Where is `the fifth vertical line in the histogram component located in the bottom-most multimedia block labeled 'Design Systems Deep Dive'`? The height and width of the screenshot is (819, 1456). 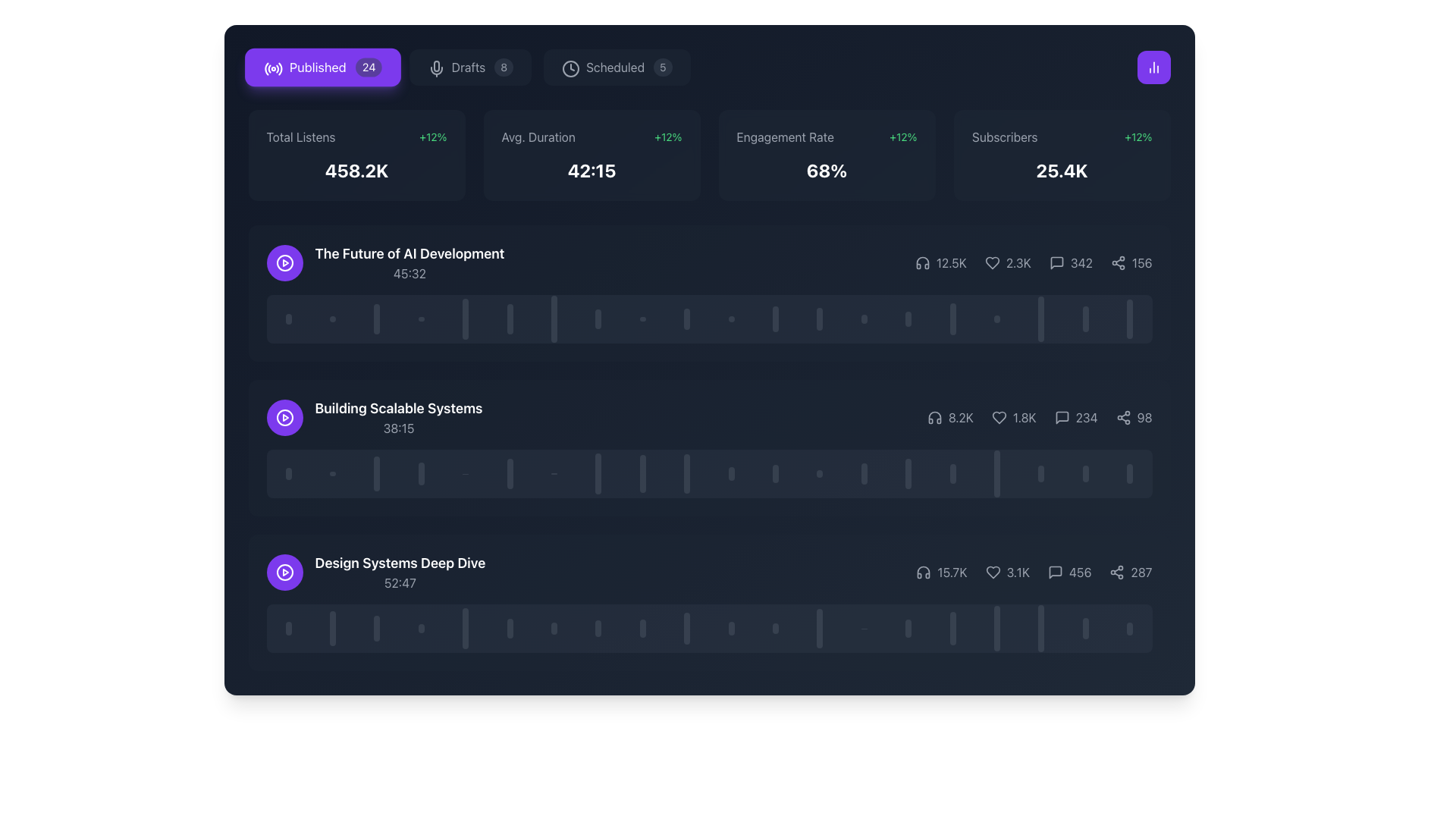
the fifth vertical line in the histogram component located in the bottom-most multimedia block labeled 'Design Systems Deep Dive' is located at coordinates (465, 629).